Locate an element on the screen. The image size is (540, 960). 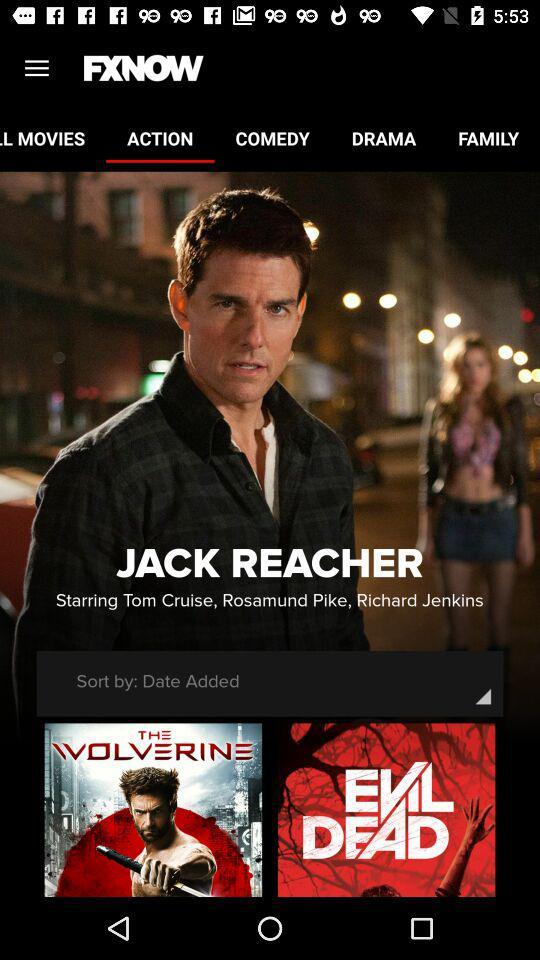
item to the left of the action icon is located at coordinates (53, 137).